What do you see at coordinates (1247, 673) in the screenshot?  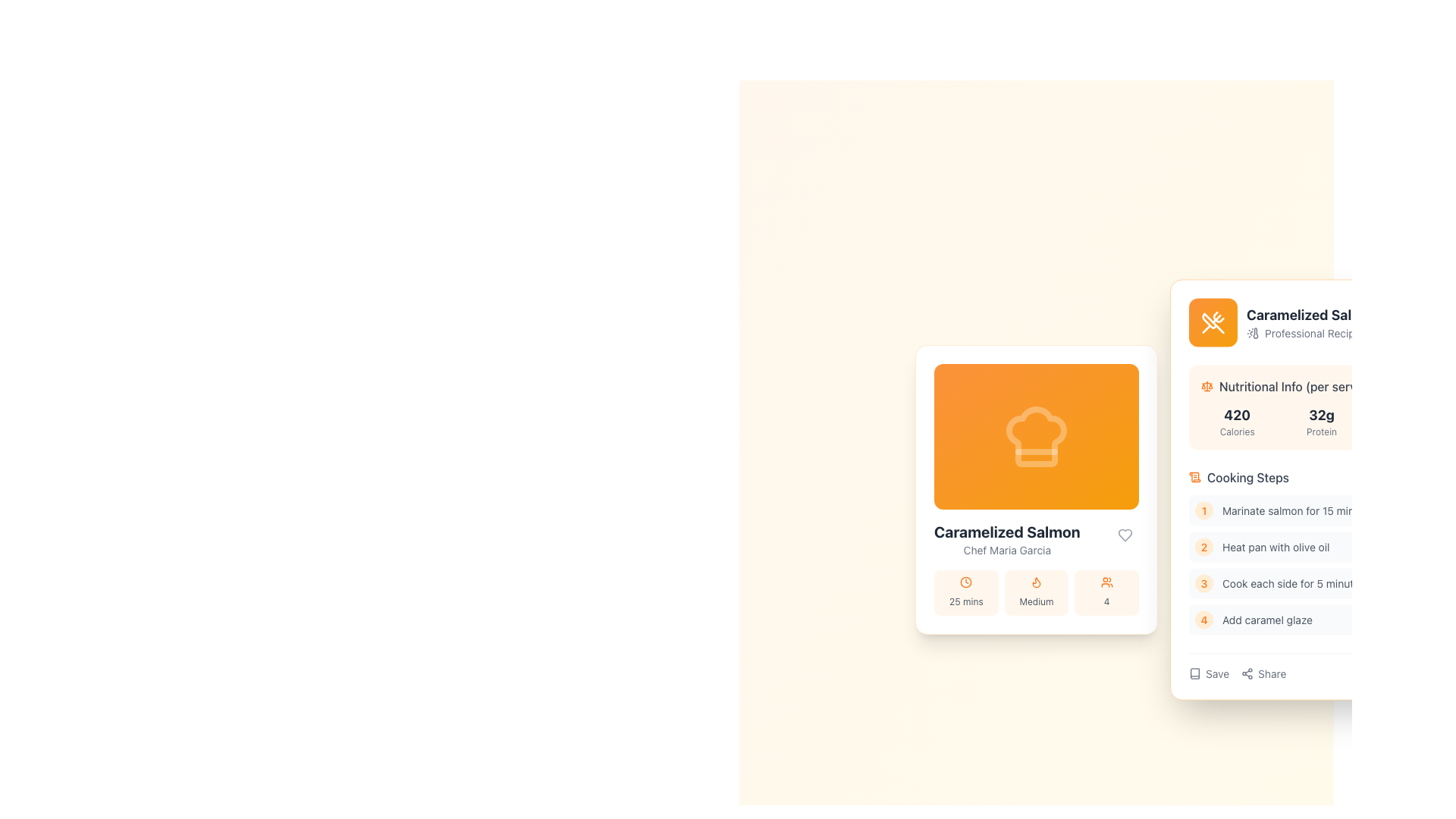 I see `the 'Share' button located to the right of the 'Save' text element at the bottom of the details pane` at bounding box center [1247, 673].